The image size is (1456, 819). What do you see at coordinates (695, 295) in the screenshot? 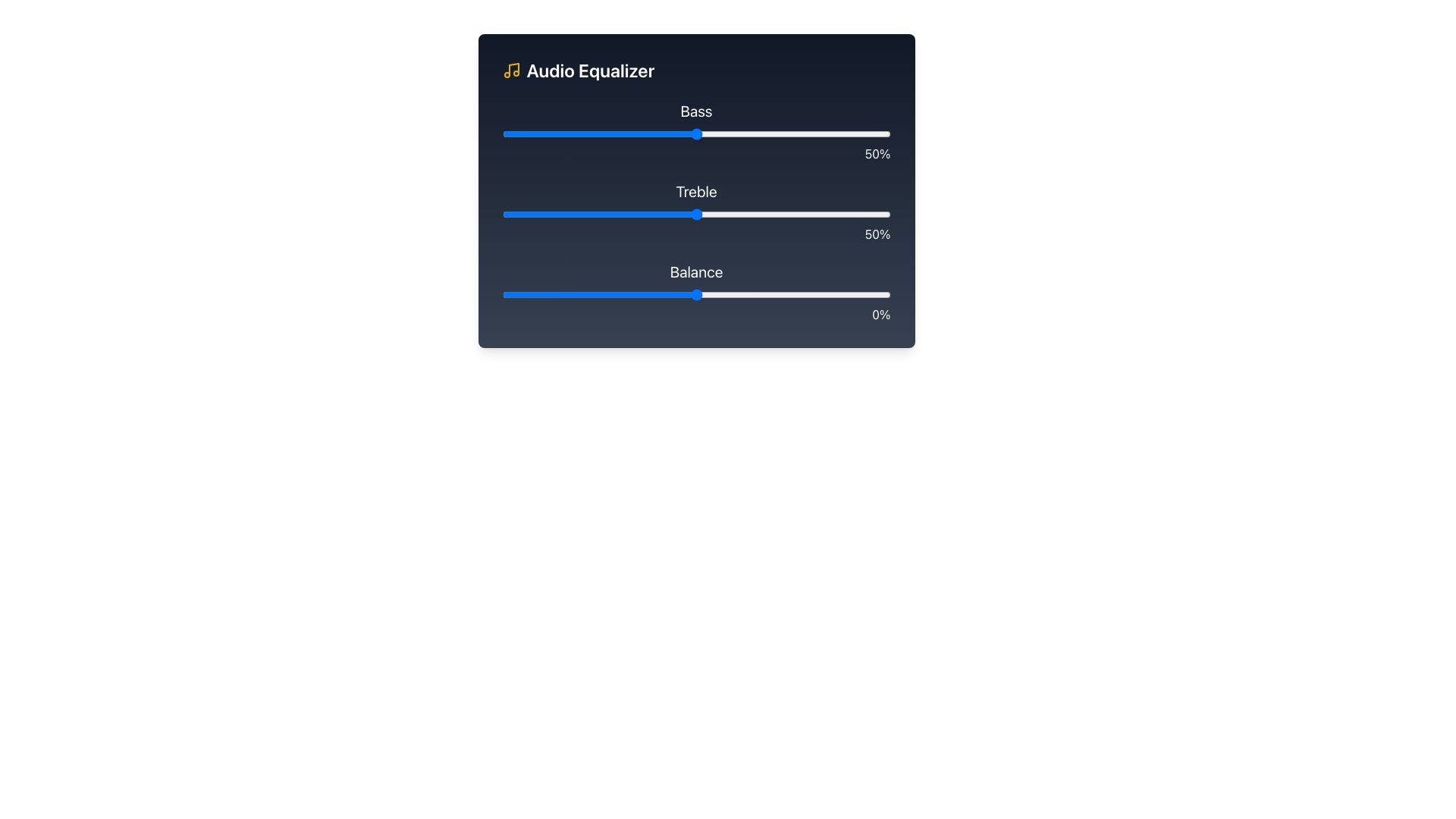
I see `the horizontal slider with a blue marker located below the 'Balance' label and above the '0%' indicator in the audio equalizer interface` at bounding box center [695, 295].